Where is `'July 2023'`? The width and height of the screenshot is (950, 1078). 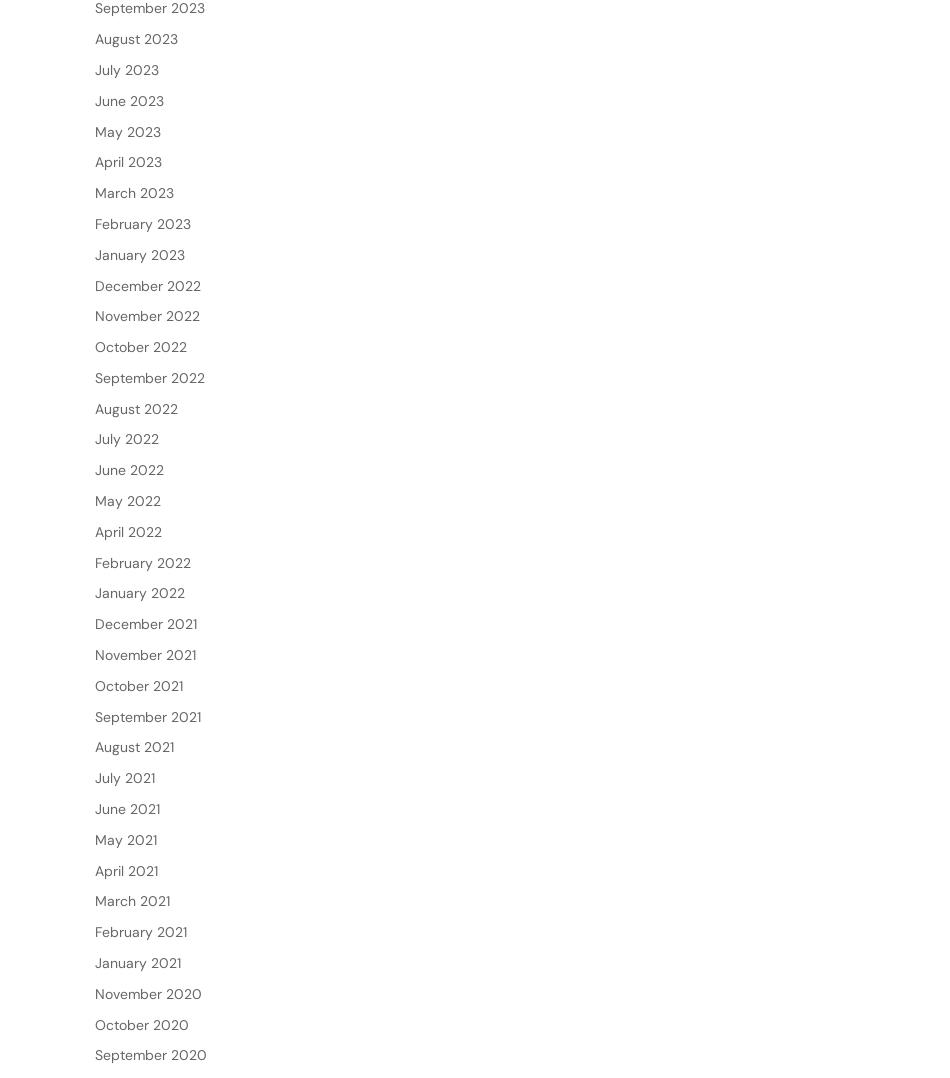
'July 2023' is located at coordinates (127, 133).